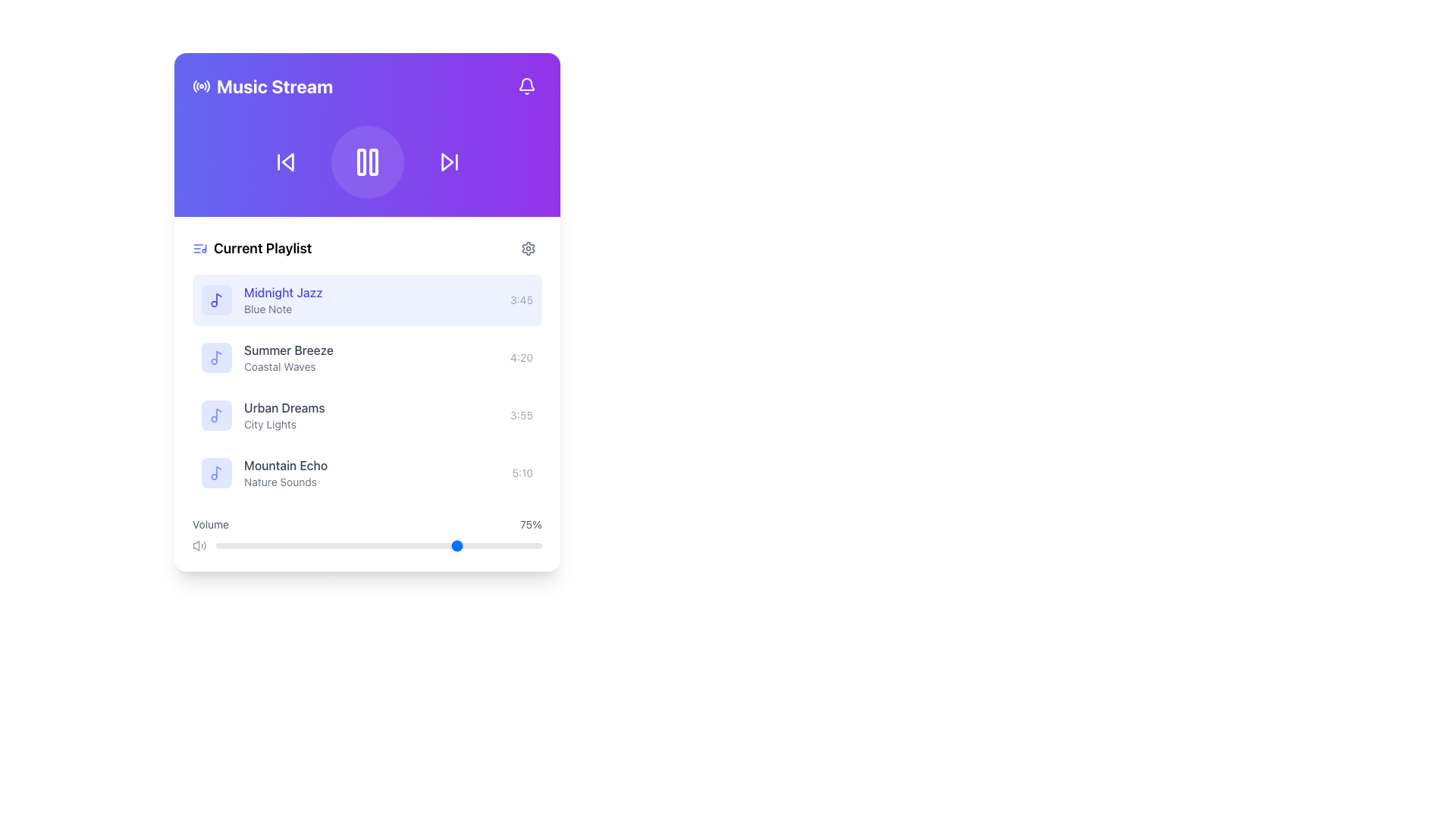 The height and width of the screenshot is (819, 1456). I want to click on the distinct indigo-colored music note icon with a circular note head and stem, located in the top-left corner of the 'Midnight Jazz' playlist entry, so click(216, 300).